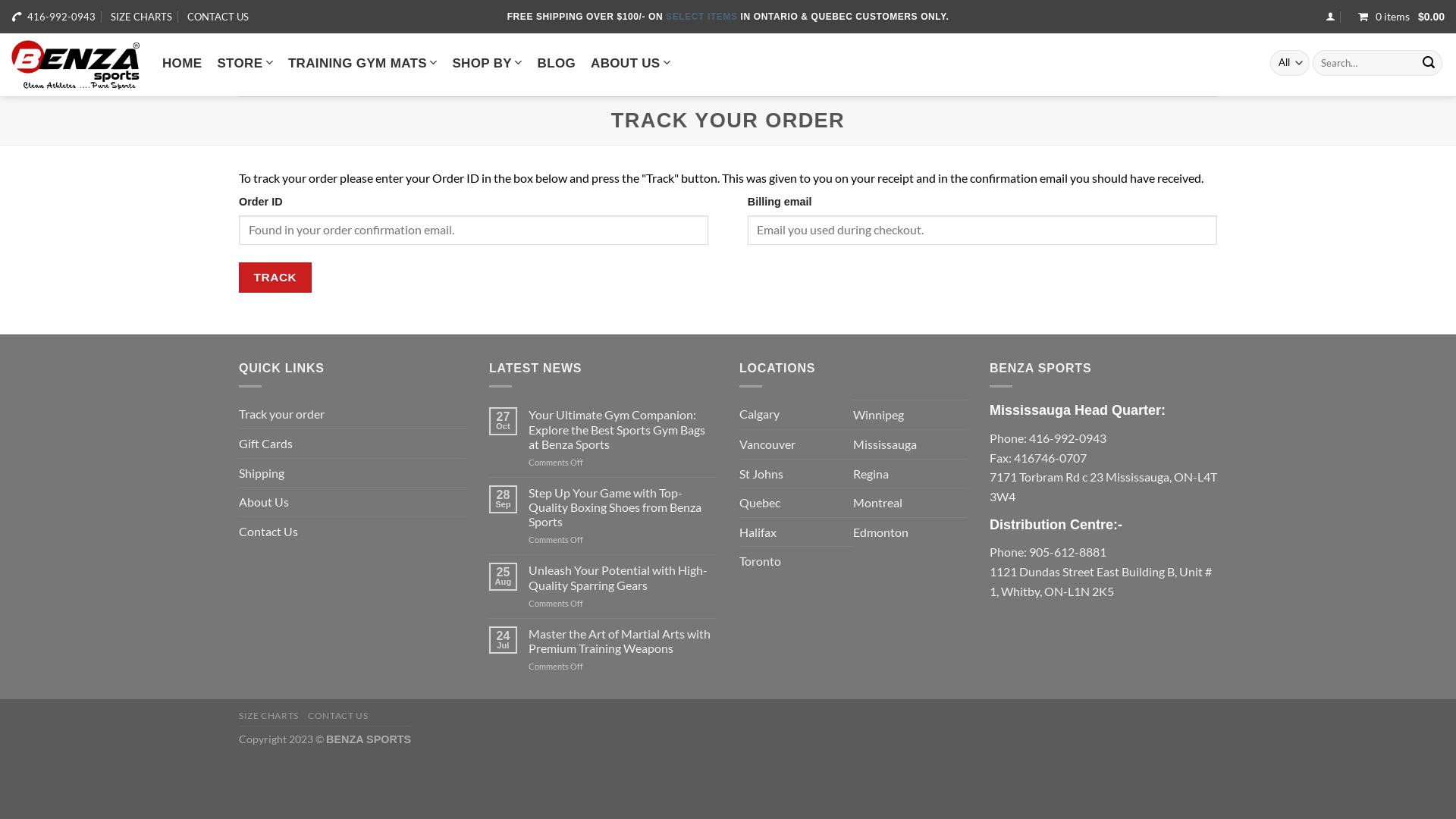  I want to click on '0 items, so click(1397, 17).